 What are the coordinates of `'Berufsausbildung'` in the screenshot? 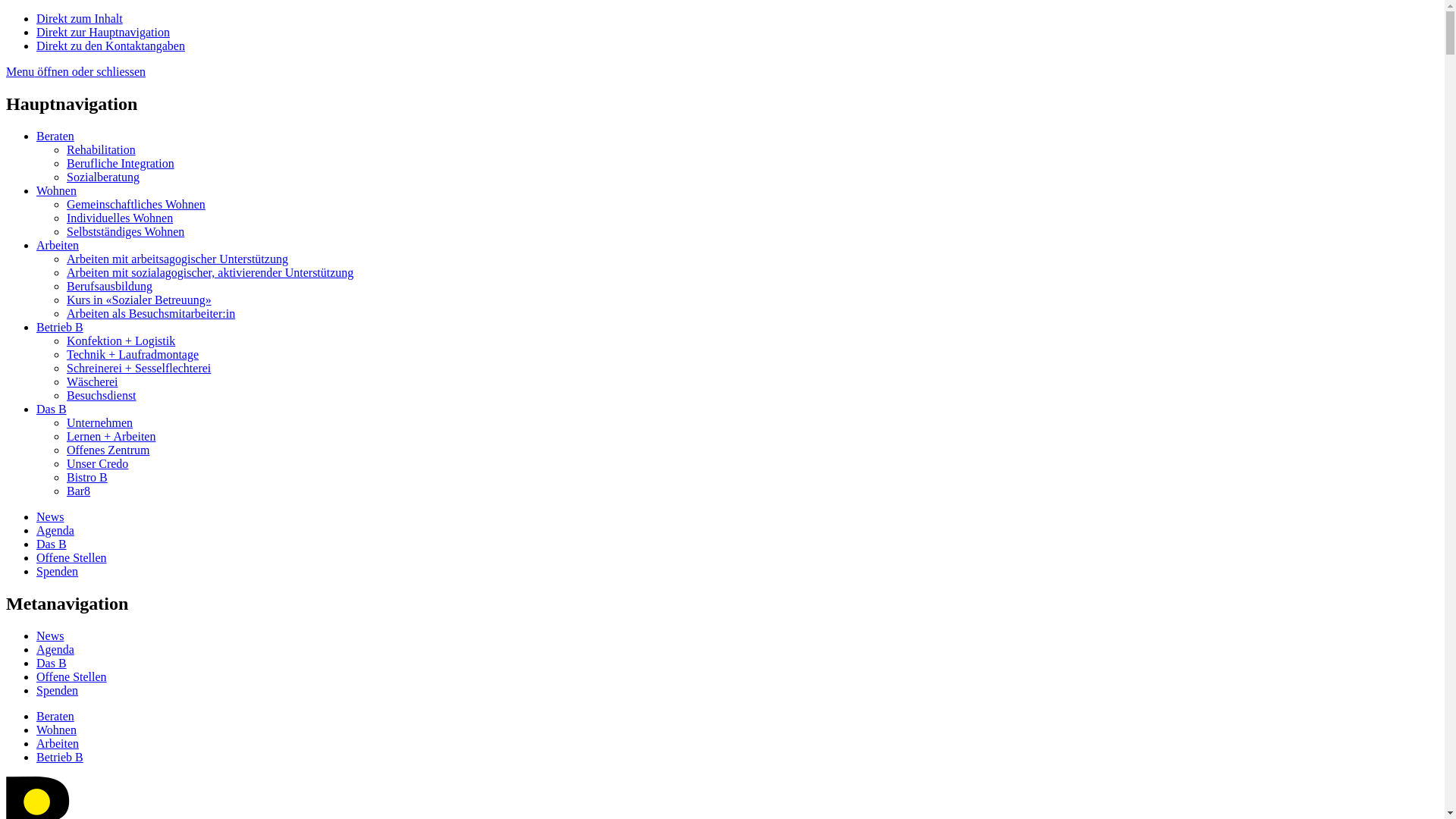 It's located at (108, 286).